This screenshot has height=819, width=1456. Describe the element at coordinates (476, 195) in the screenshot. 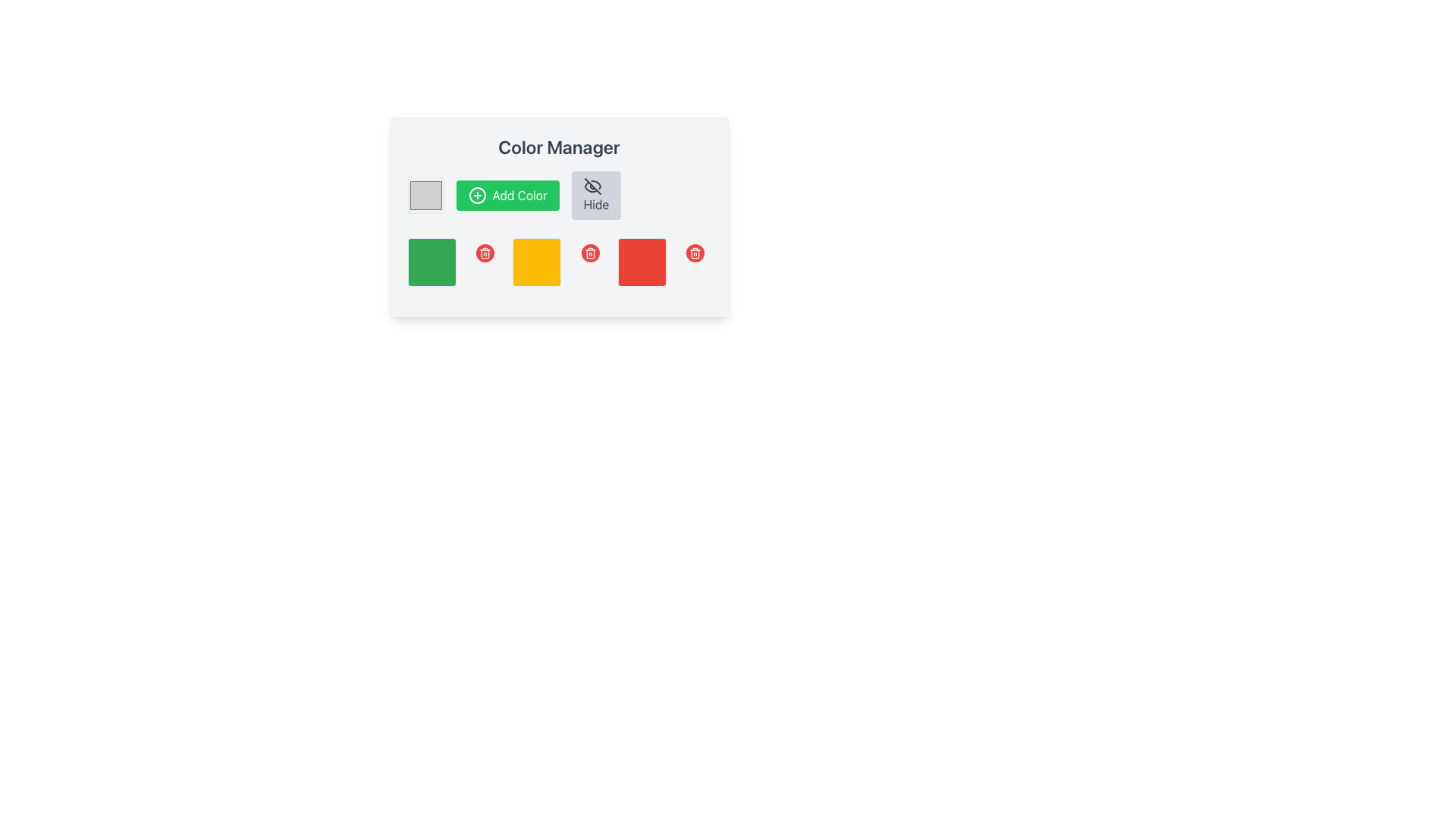

I see `the circular icon within the 'Add Color' button, which features a white circle with a plus symbol against a green background` at that location.